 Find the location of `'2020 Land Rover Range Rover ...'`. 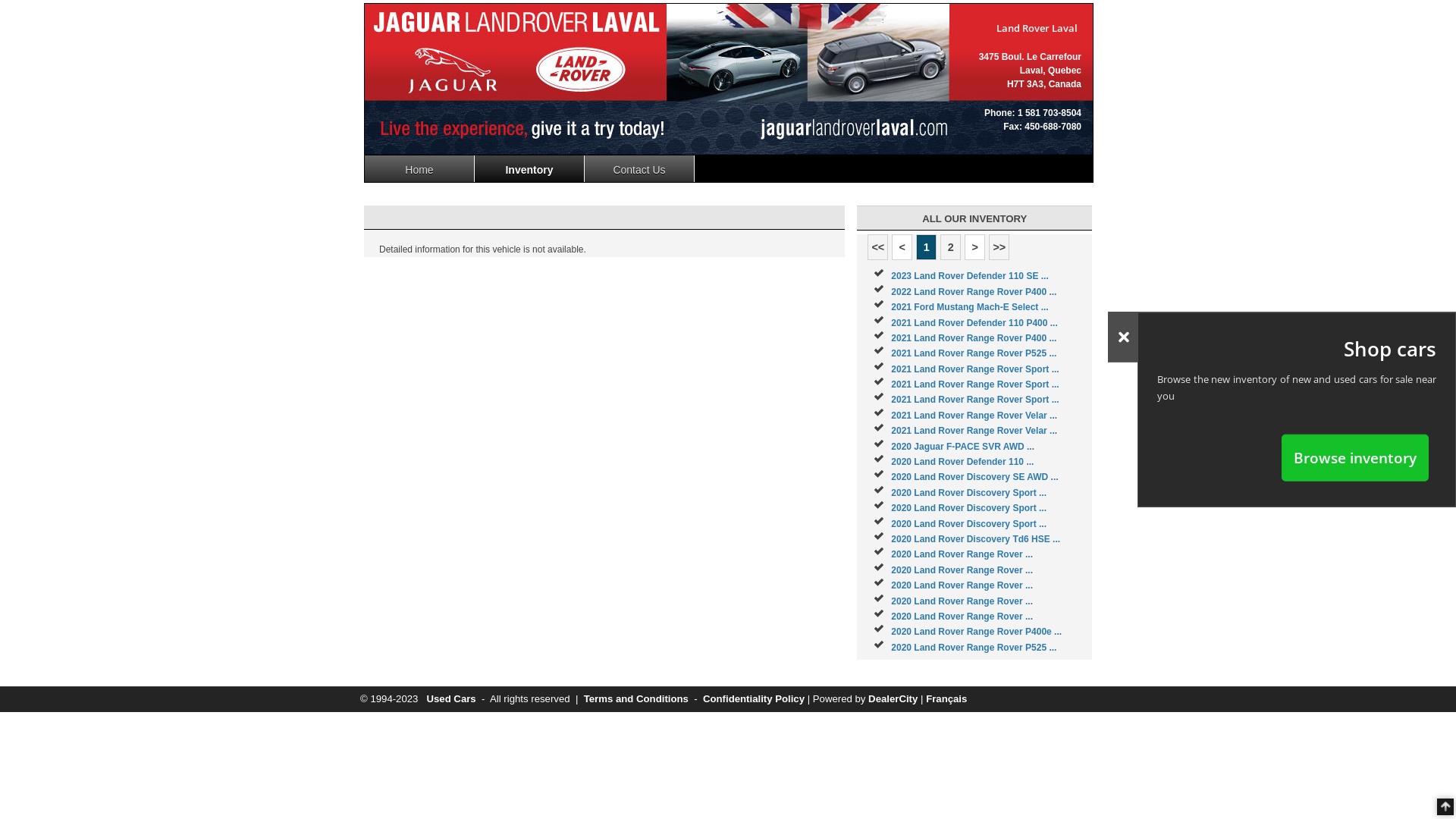

'2020 Land Rover Range Rover ...' is located at coordinates (961, 584).